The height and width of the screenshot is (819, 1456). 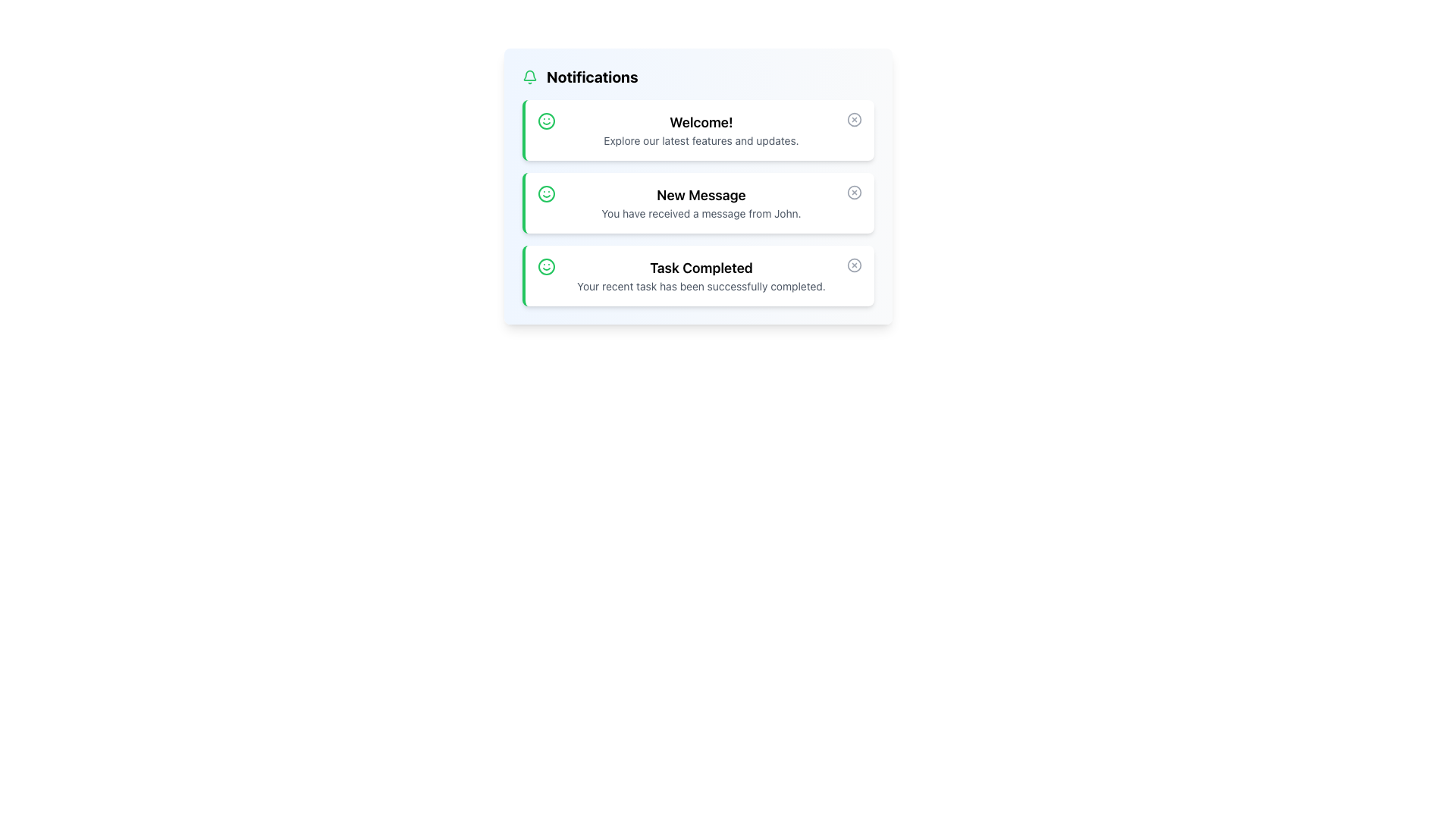 I want to click on the small circular close button located at the top-right corner of the 'Welcome!' notification card, so click(x=855, y=119).